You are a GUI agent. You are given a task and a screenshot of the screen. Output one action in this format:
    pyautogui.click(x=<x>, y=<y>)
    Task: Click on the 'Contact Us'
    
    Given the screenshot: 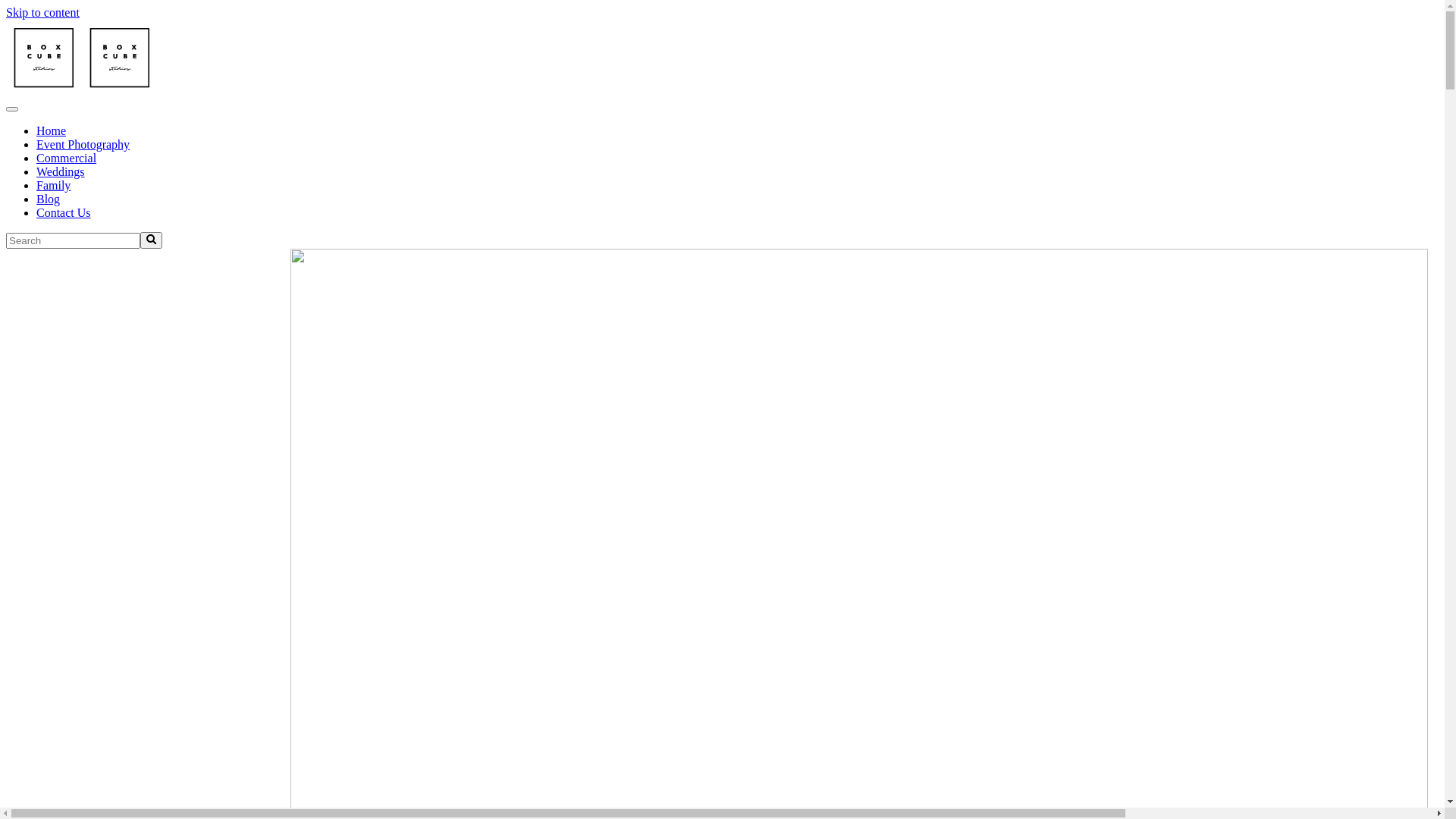 What is the action you would take?
    pyautogui.click(x=62, y=212)
    